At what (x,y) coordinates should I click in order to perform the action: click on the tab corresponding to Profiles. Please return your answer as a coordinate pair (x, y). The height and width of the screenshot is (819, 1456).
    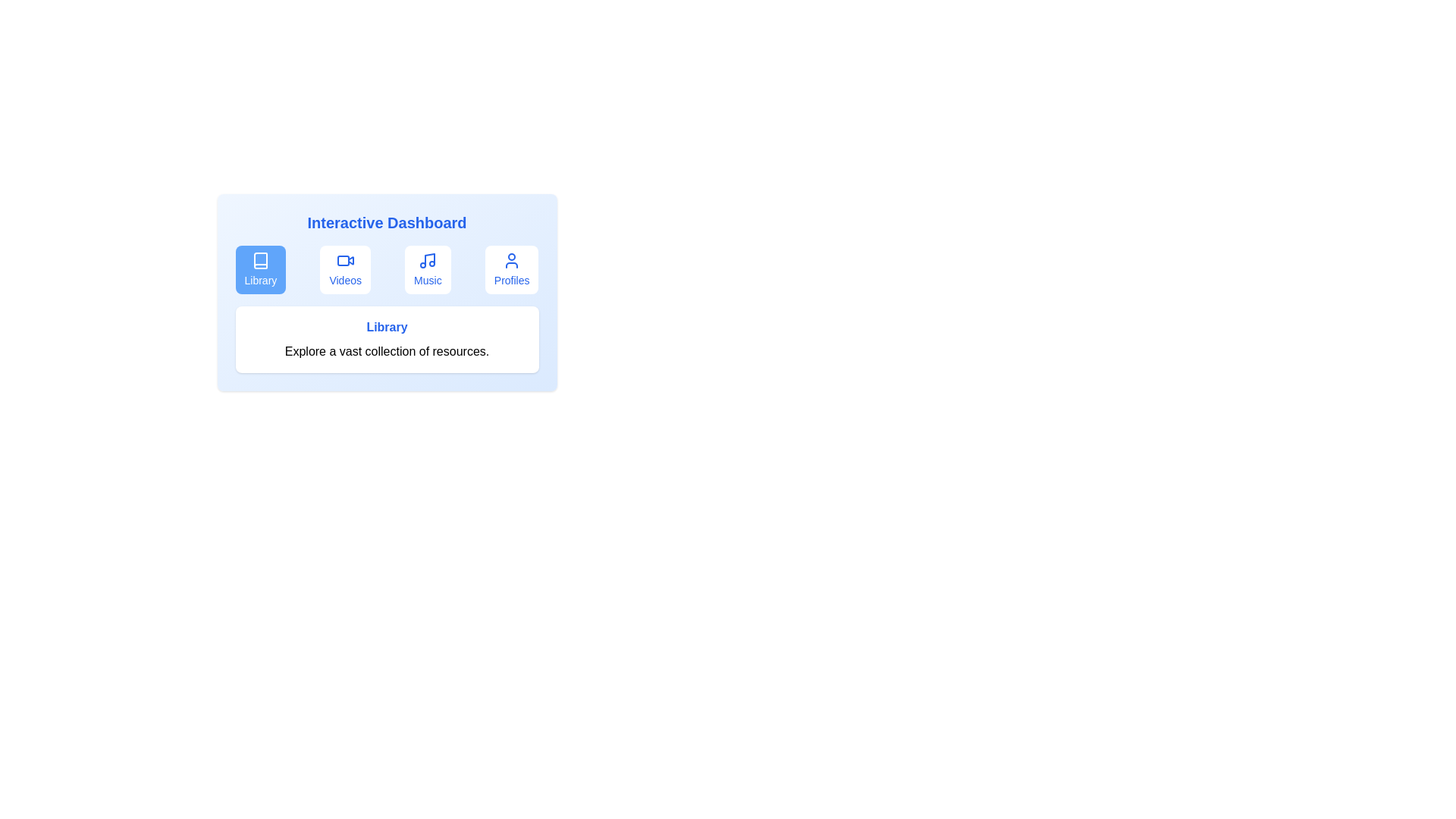
    Looking at the image, I should click on (512, 268).